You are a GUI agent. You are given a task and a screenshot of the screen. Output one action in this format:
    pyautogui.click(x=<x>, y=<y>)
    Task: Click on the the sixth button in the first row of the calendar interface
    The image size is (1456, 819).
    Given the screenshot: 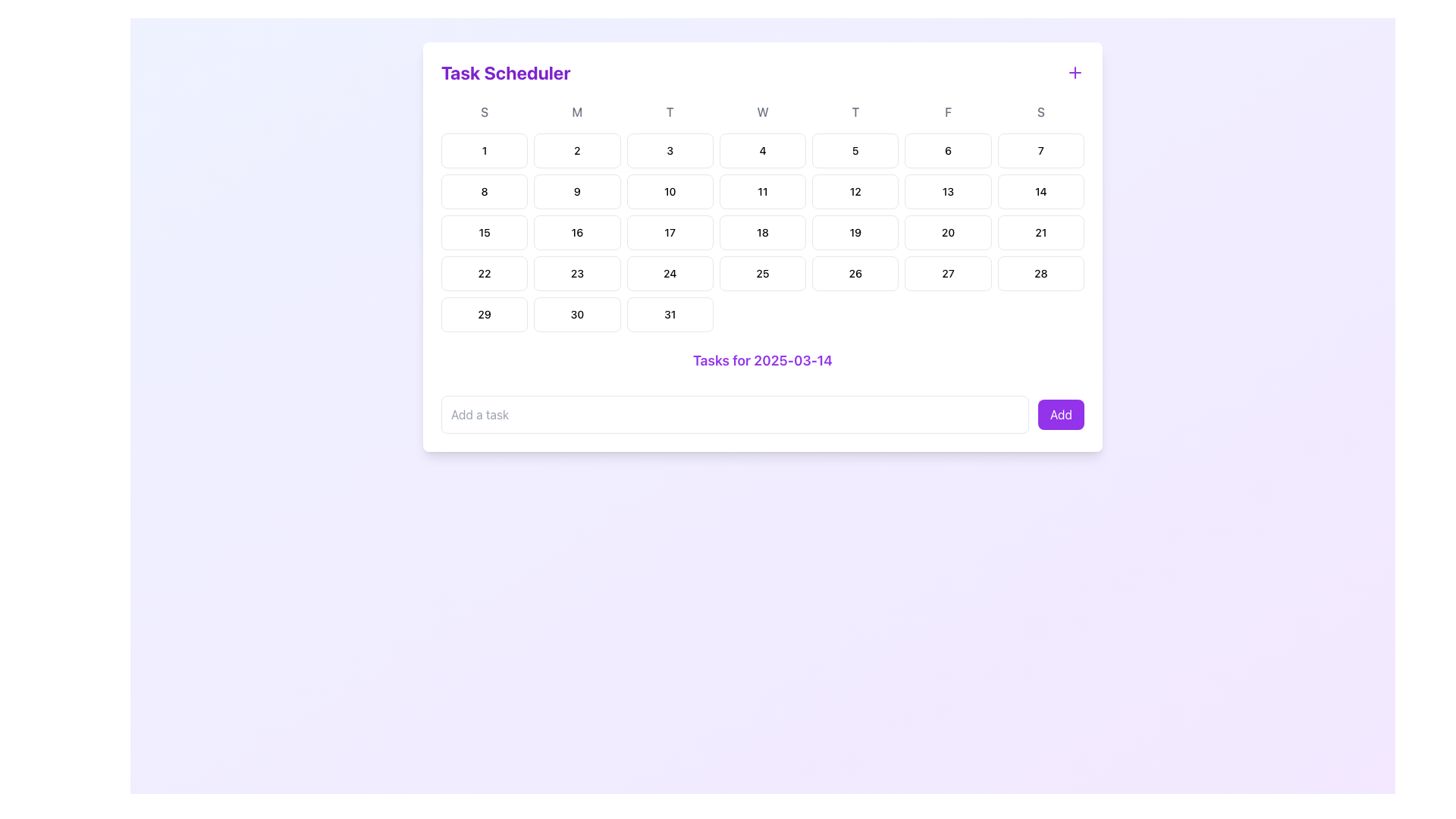 What is the action you would take?
    pyautogui.click(x=947, y=151)
    